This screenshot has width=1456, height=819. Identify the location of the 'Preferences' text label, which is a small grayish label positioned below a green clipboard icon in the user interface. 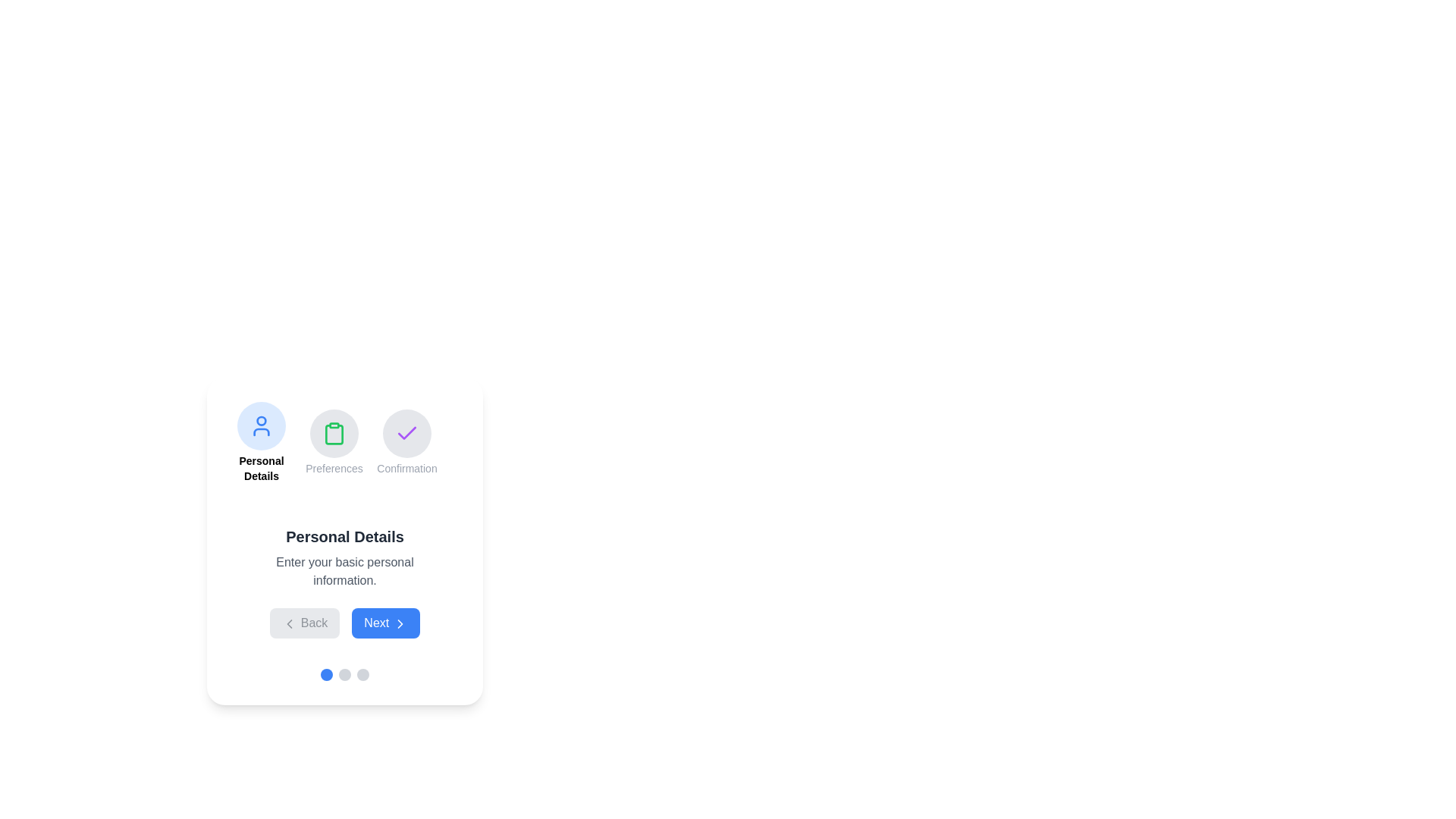
(334, 467).